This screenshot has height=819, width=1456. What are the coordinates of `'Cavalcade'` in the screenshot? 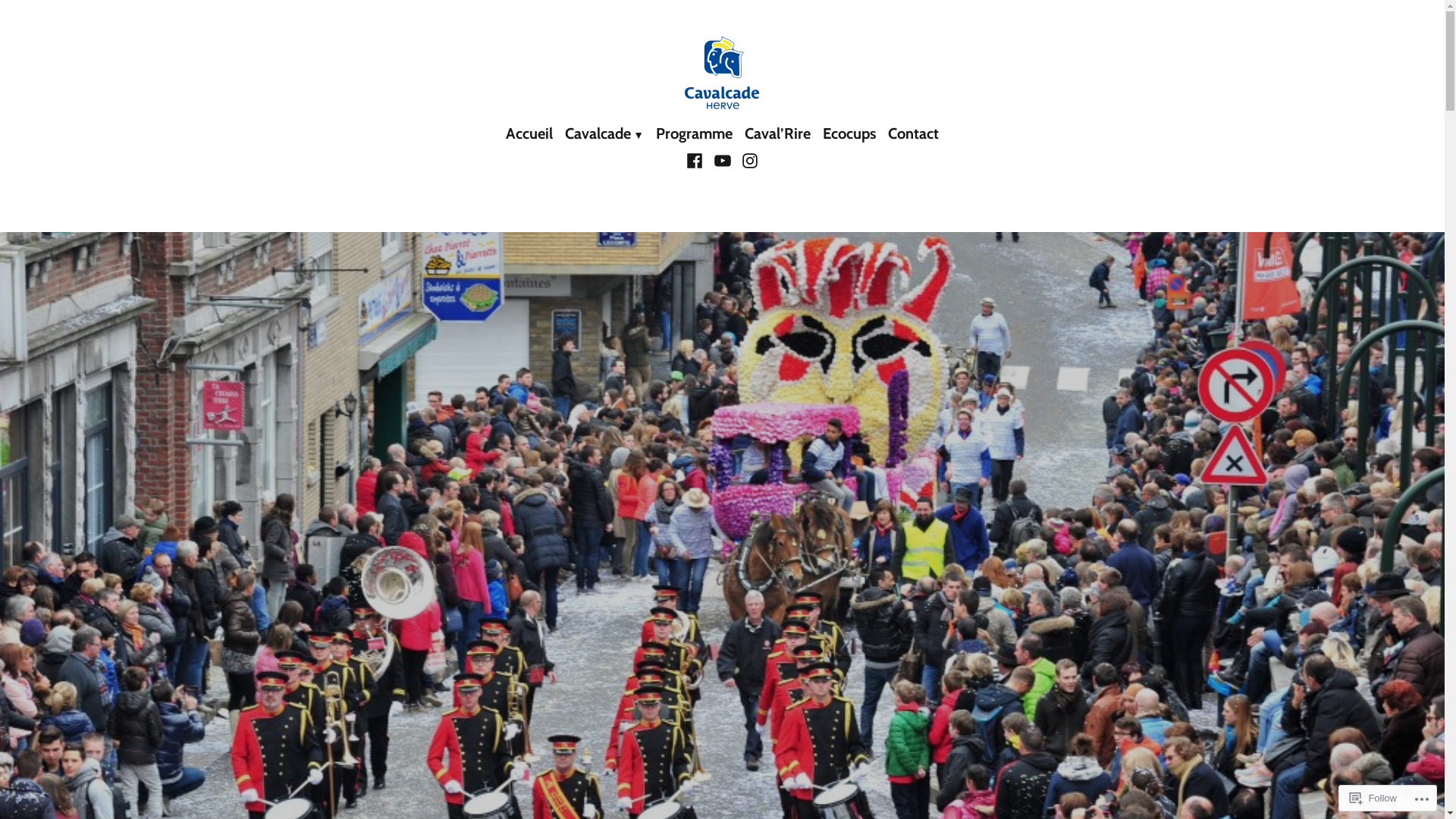 It's located at (603, 133).